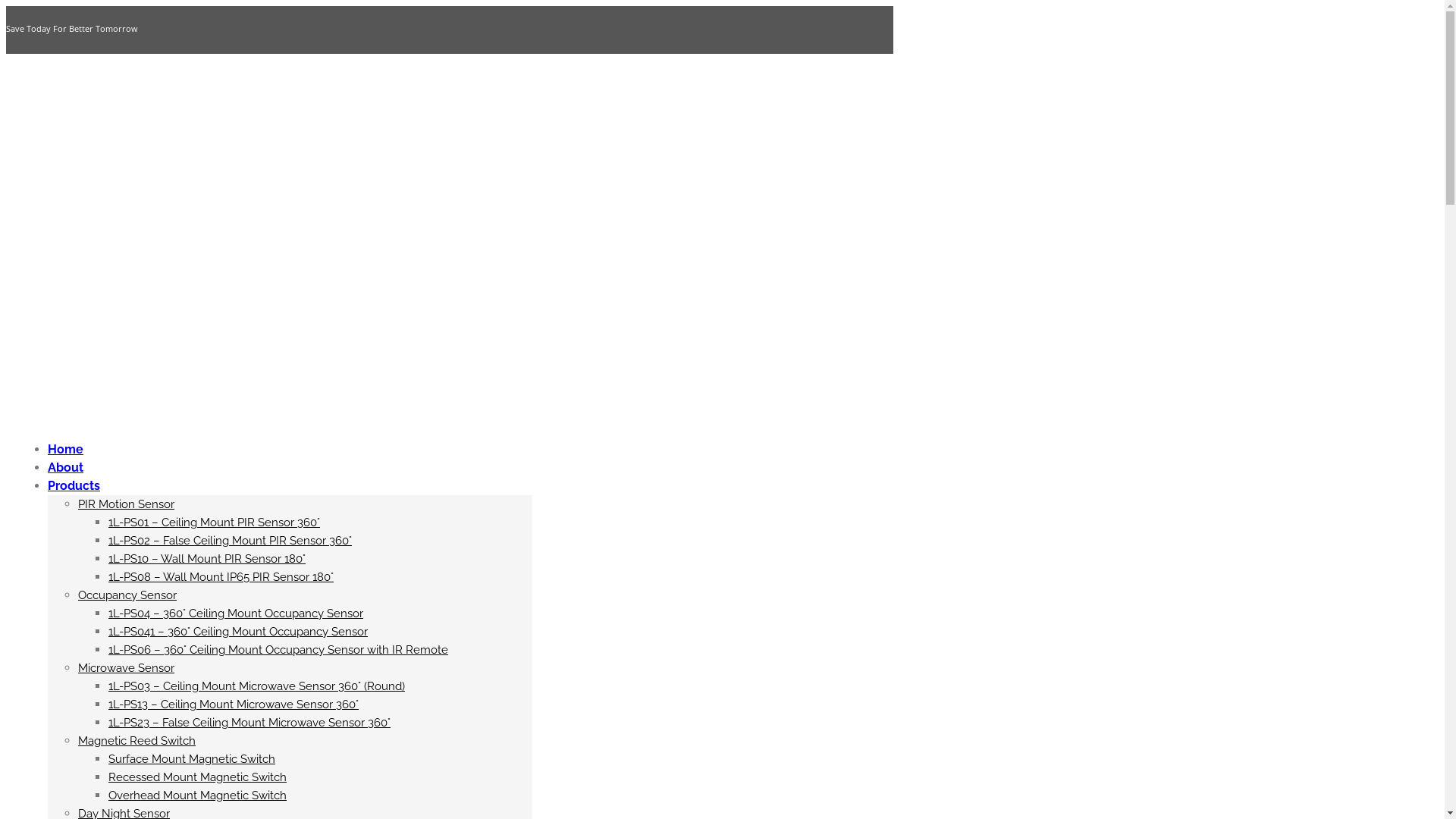 The height and width of the screenshot is (819, 1456). What do you see at coordinates (77, 595) in the screenshot?
I see `'Occupancy Sensor'` at bounding box center [77, 595].